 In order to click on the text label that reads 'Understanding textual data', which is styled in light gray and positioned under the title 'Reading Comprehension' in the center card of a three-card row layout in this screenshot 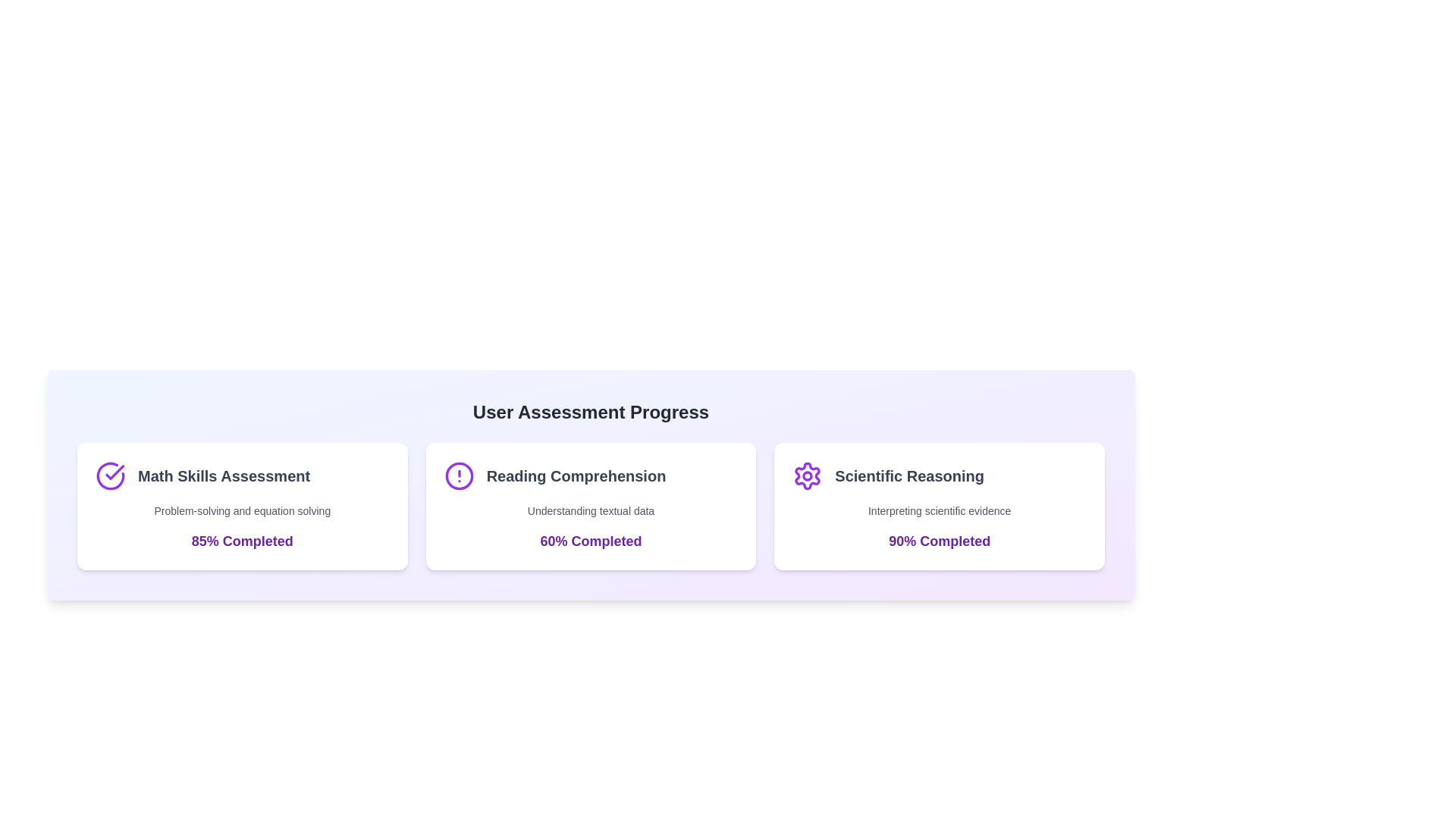, I will do `click(590, 511)`.